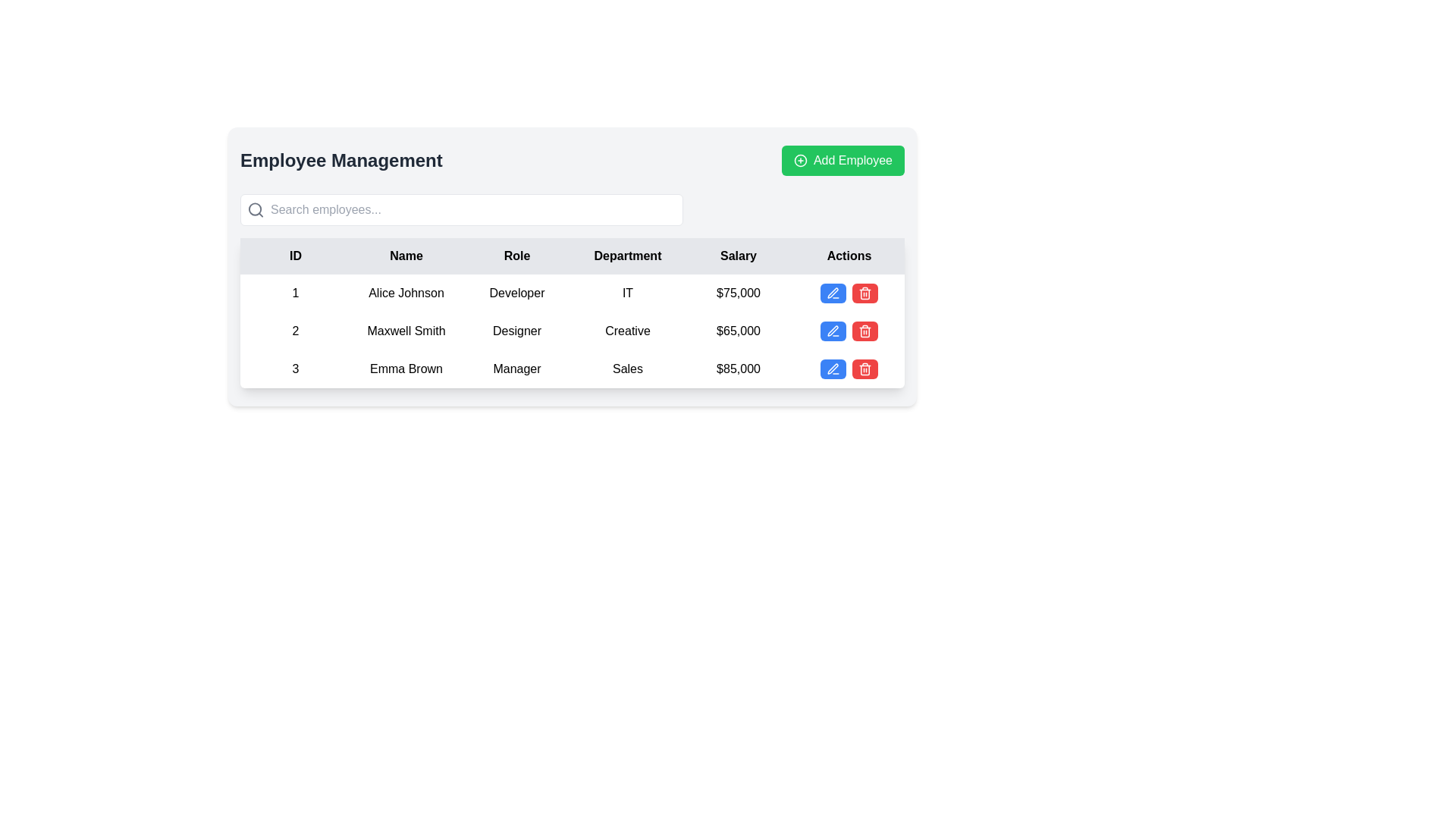 Image resolution: width=1456 pixels, height=819 pixels. What do you see at coordinates (865, 293) in the screenshot?
I see `the red delete button with a trash can icon in the Actions column of Emma Brown's row to trigger the tooltip or visual effect` at bounding box center [865, 293].